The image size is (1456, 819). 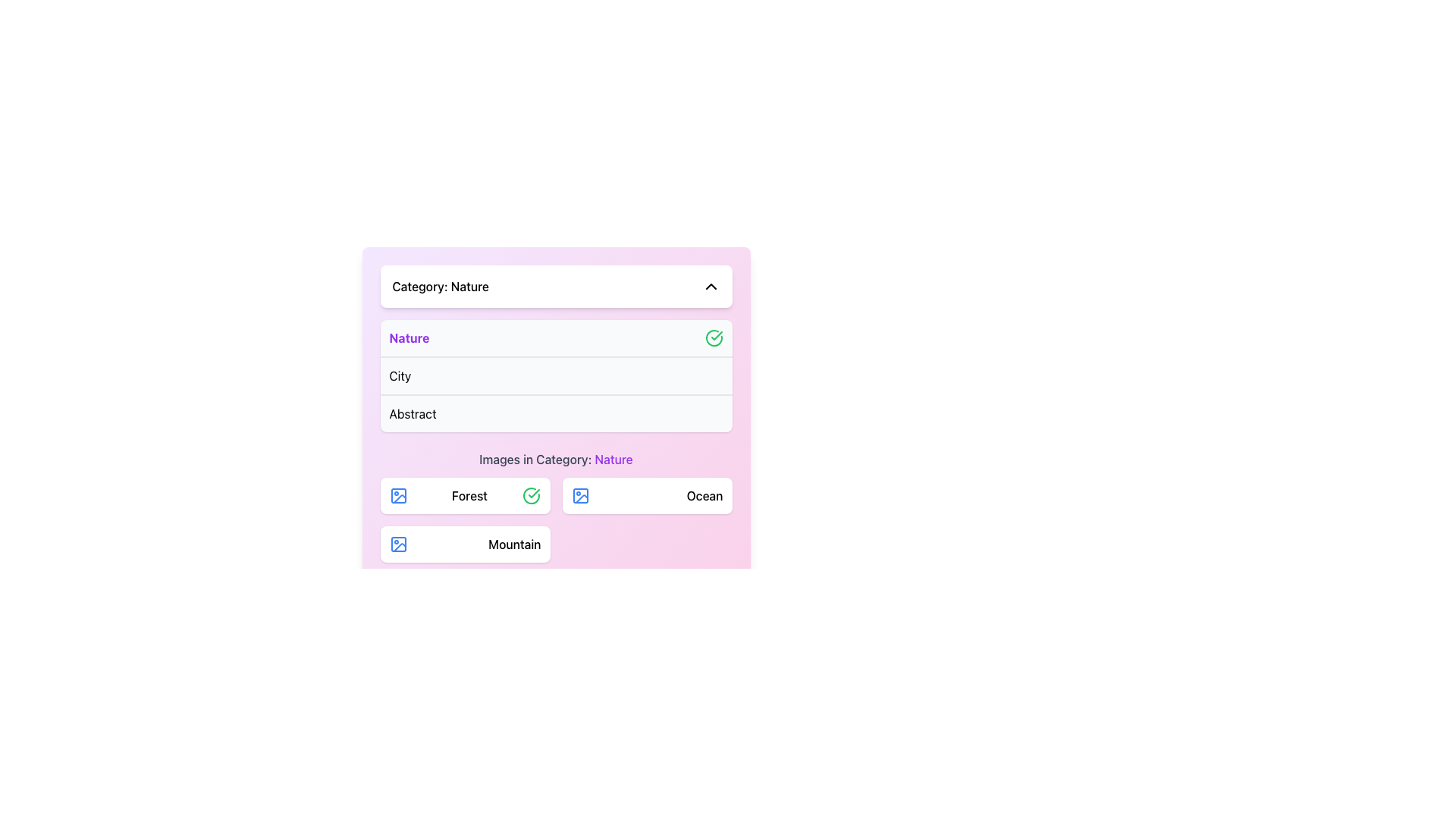 I want to click on the 'Ocean' text label within the 'Images in Category: Nature' section, so click(x=704, y=496).